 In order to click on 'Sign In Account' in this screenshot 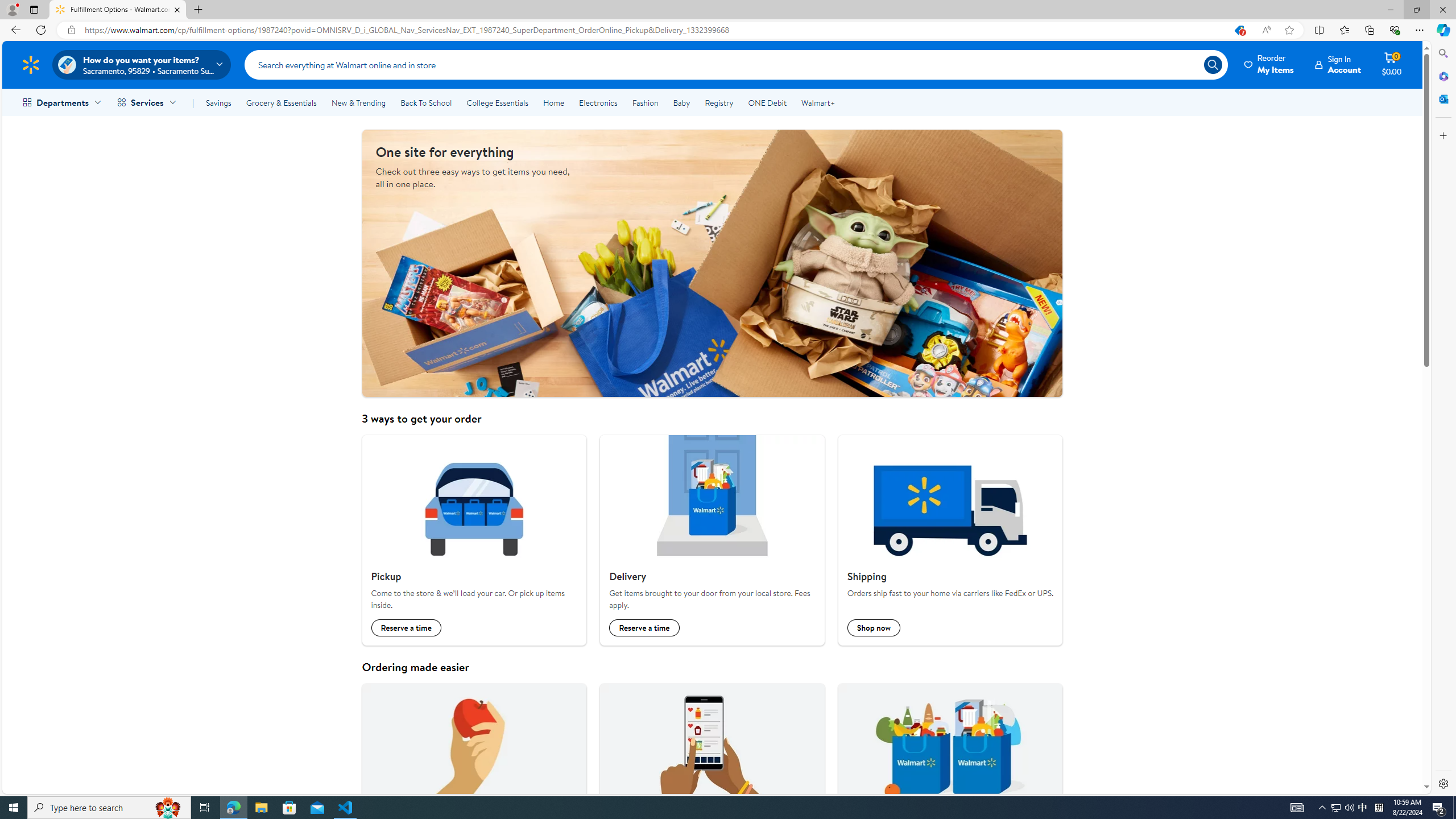, I will do `click(1338, 64)`.